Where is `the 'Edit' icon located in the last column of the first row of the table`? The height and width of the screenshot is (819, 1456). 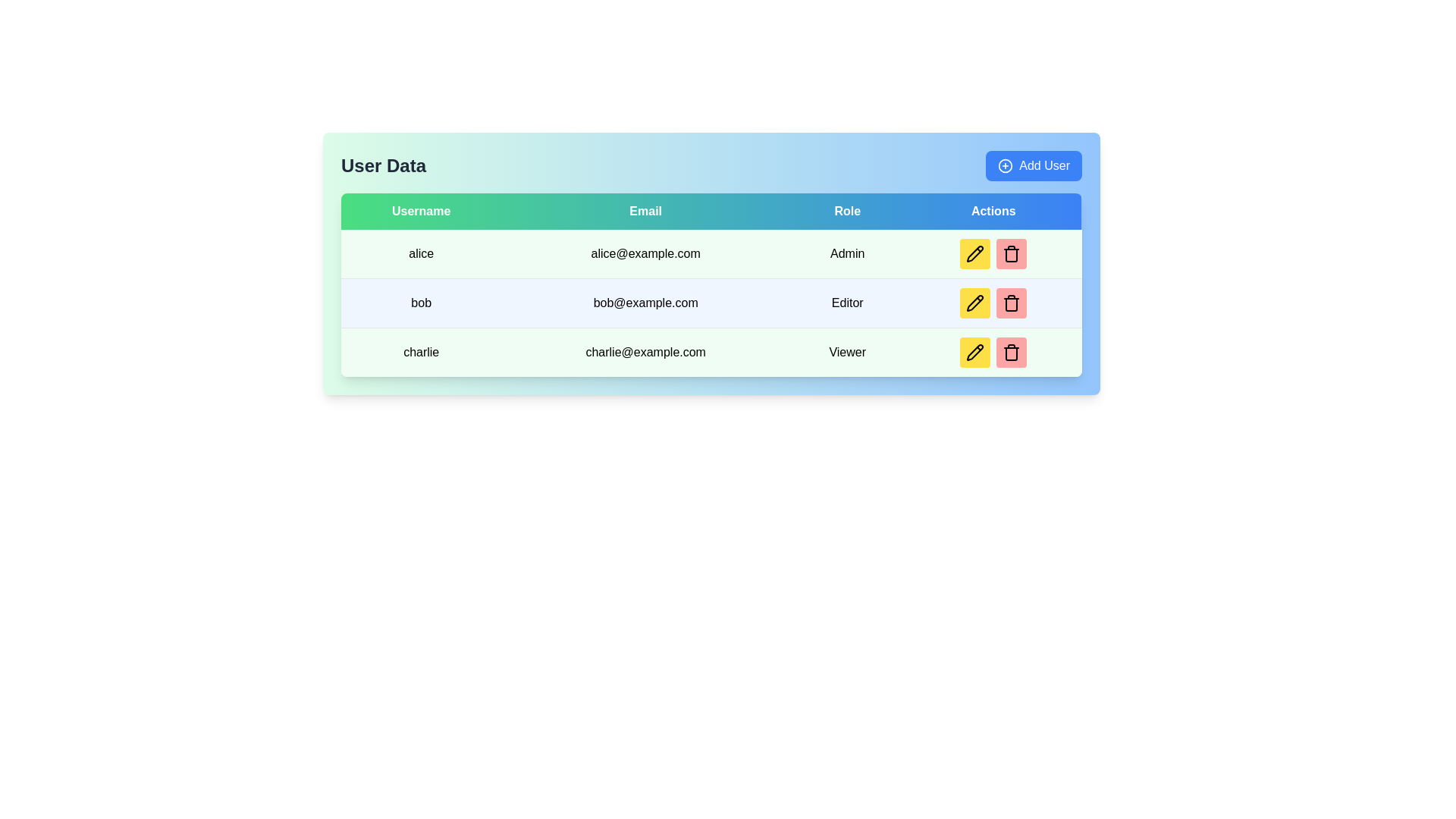 the 'Edit' icon located in the last column of the first row of the table is located at coordinates (975, 253).